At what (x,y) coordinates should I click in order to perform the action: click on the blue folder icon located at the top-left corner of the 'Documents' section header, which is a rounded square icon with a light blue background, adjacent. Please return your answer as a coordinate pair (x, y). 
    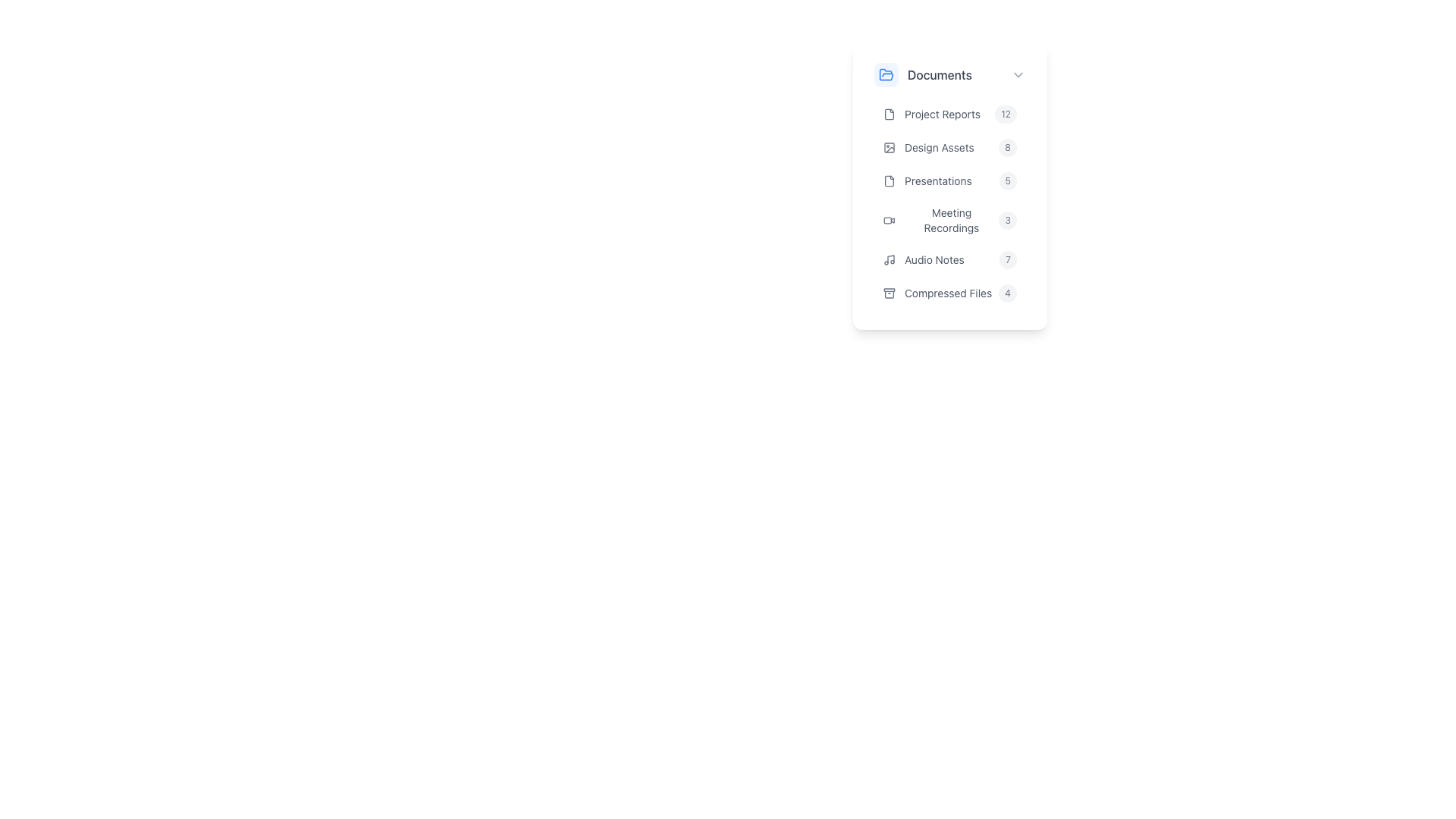
    Looking at the image, I should click on (886, 75).